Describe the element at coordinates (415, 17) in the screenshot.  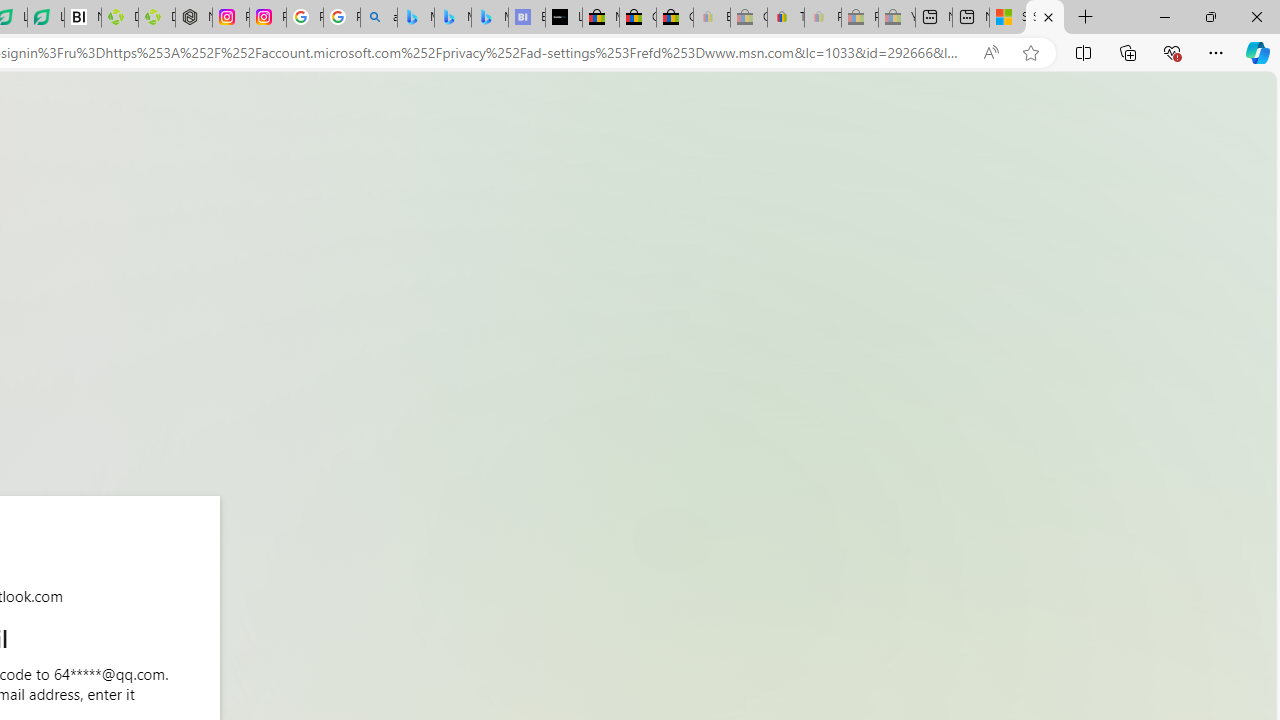
I see `'Microsoft Bing Travel - Flights from Hong Kong to Bangkok'` at that location.